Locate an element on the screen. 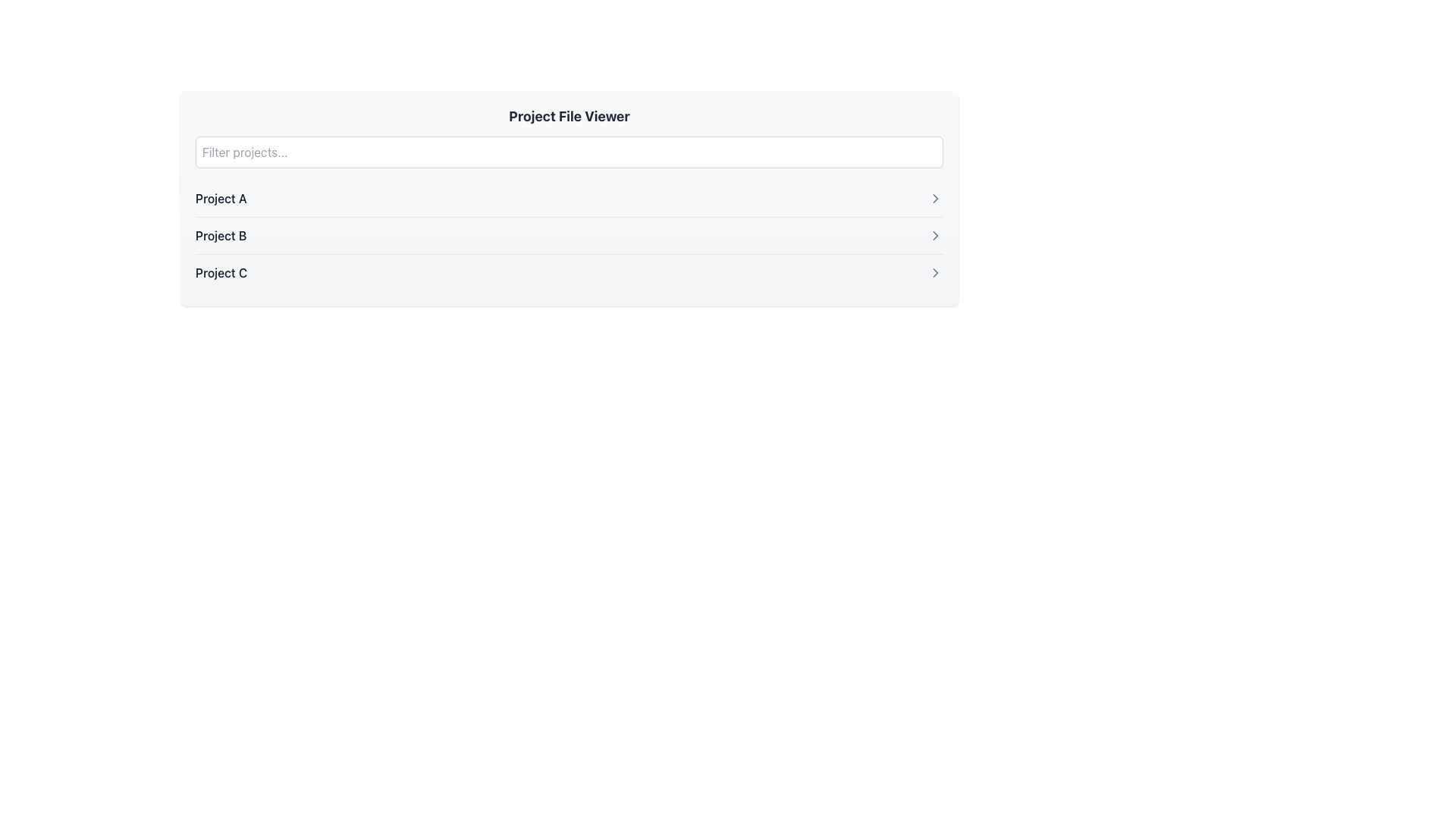 This screenshot has width=1456, height=819. the 'Project B' list item with associated icon is located at coordinates (568, 236).